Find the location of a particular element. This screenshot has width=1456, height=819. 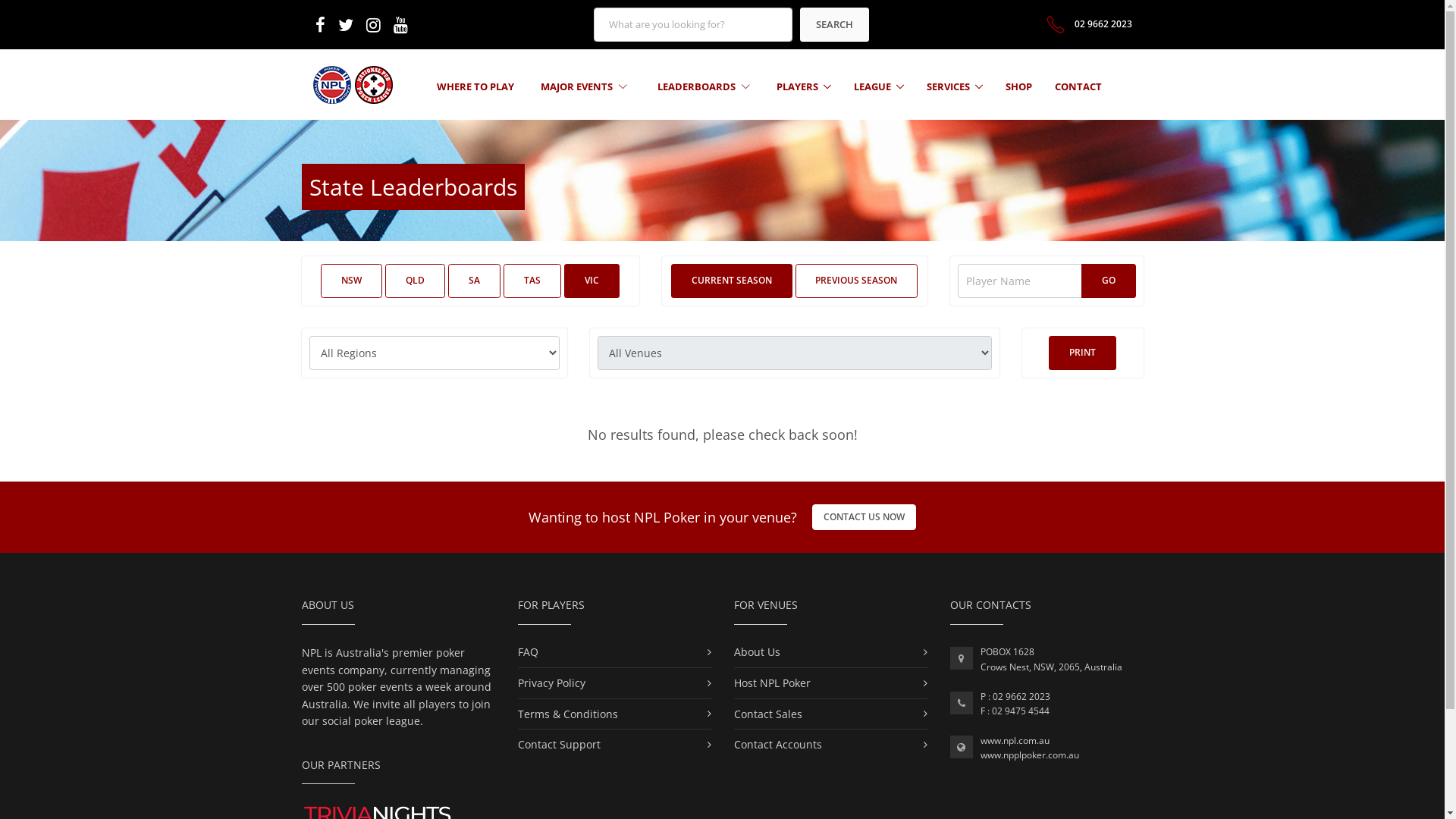

'FAQ' is located at coordinates (527, 651).